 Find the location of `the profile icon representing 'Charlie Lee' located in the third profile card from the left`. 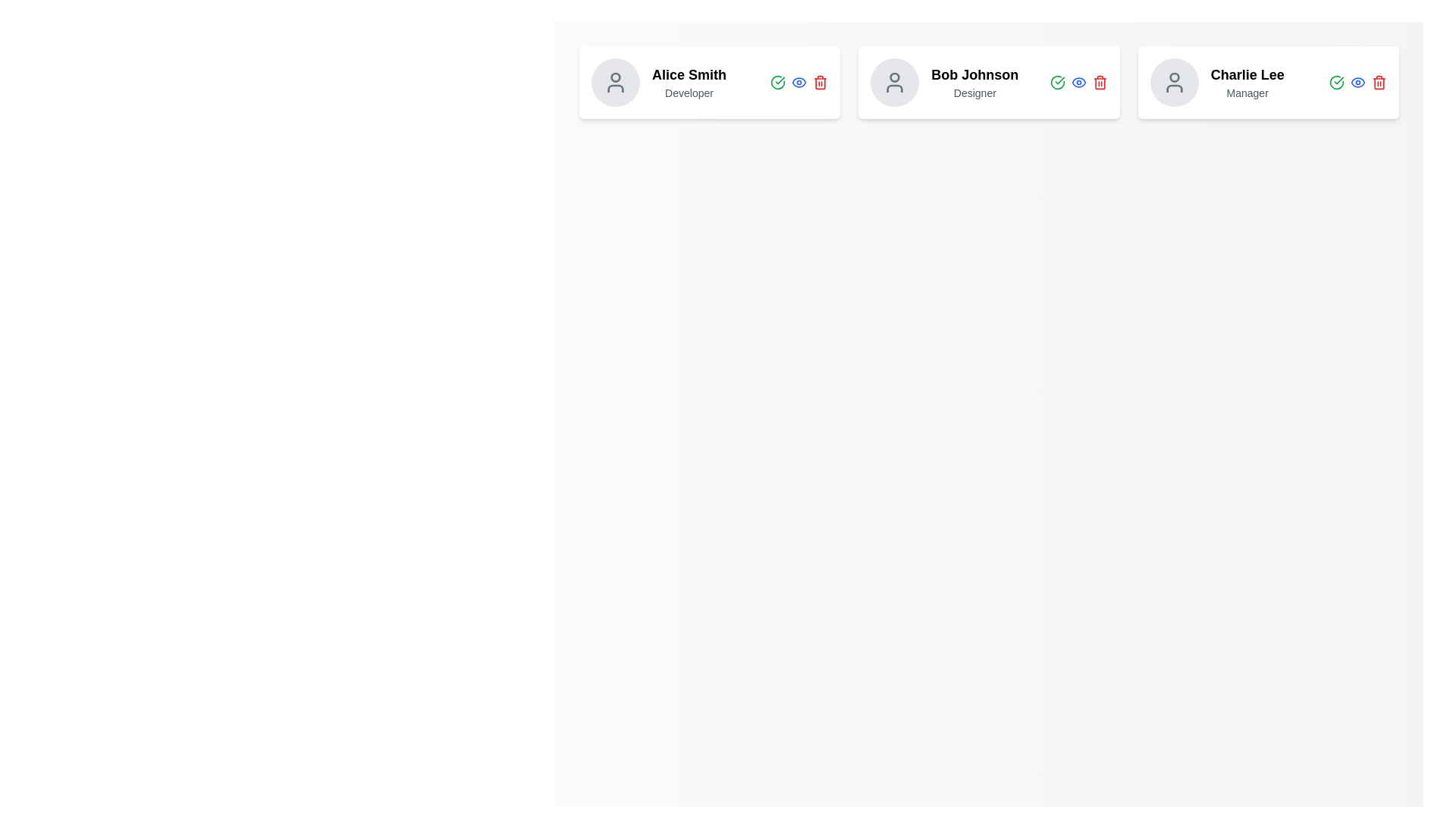

the profile icon representing 'Charlie Lee' located in the third profile card from the left is located at coordinates (1173, 82).